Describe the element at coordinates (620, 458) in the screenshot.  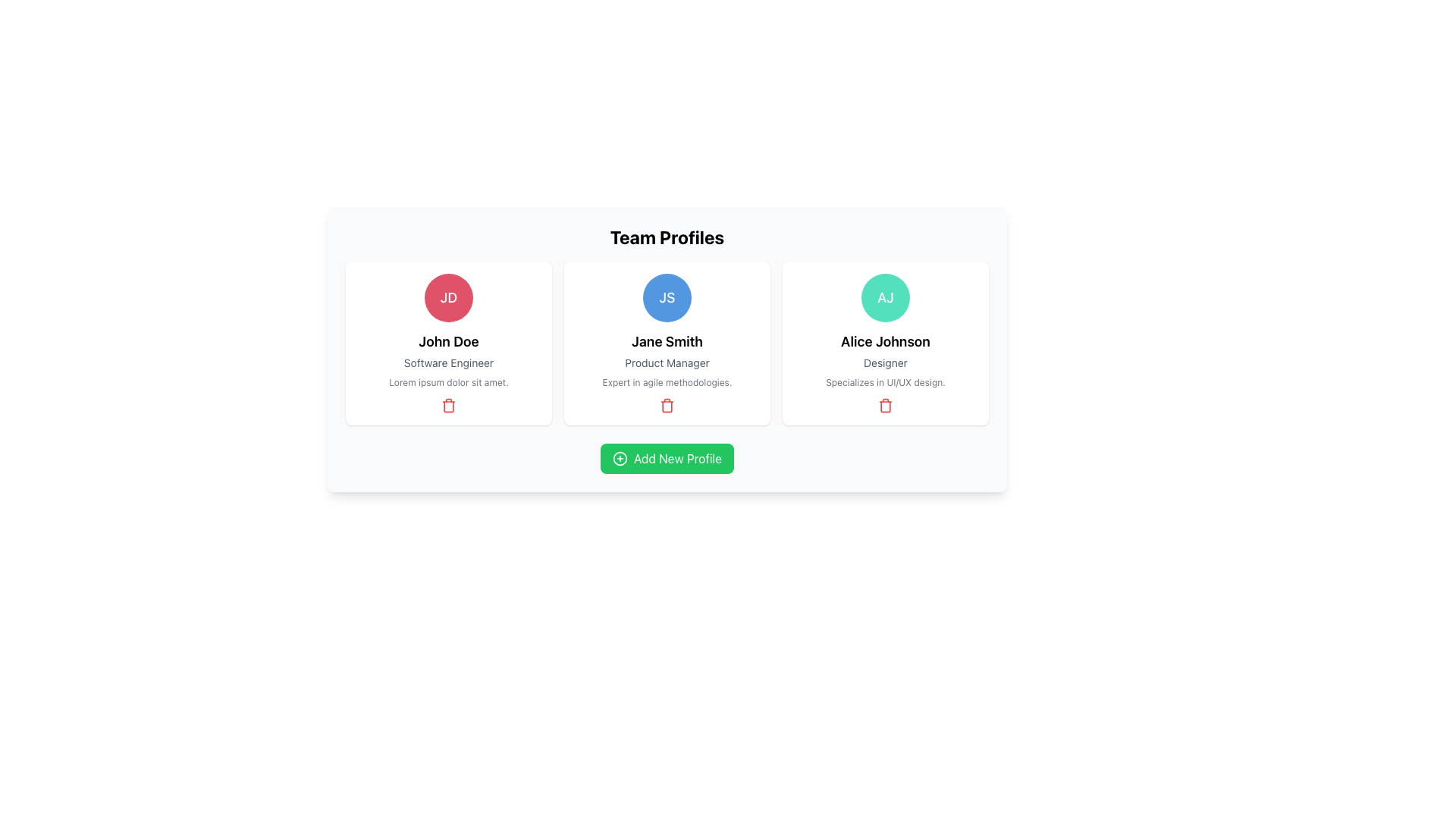
I see `the SVG Circle element that represents the action of adding a new profile, located at the center of the button labeled 'Add New Profile'` at that location.